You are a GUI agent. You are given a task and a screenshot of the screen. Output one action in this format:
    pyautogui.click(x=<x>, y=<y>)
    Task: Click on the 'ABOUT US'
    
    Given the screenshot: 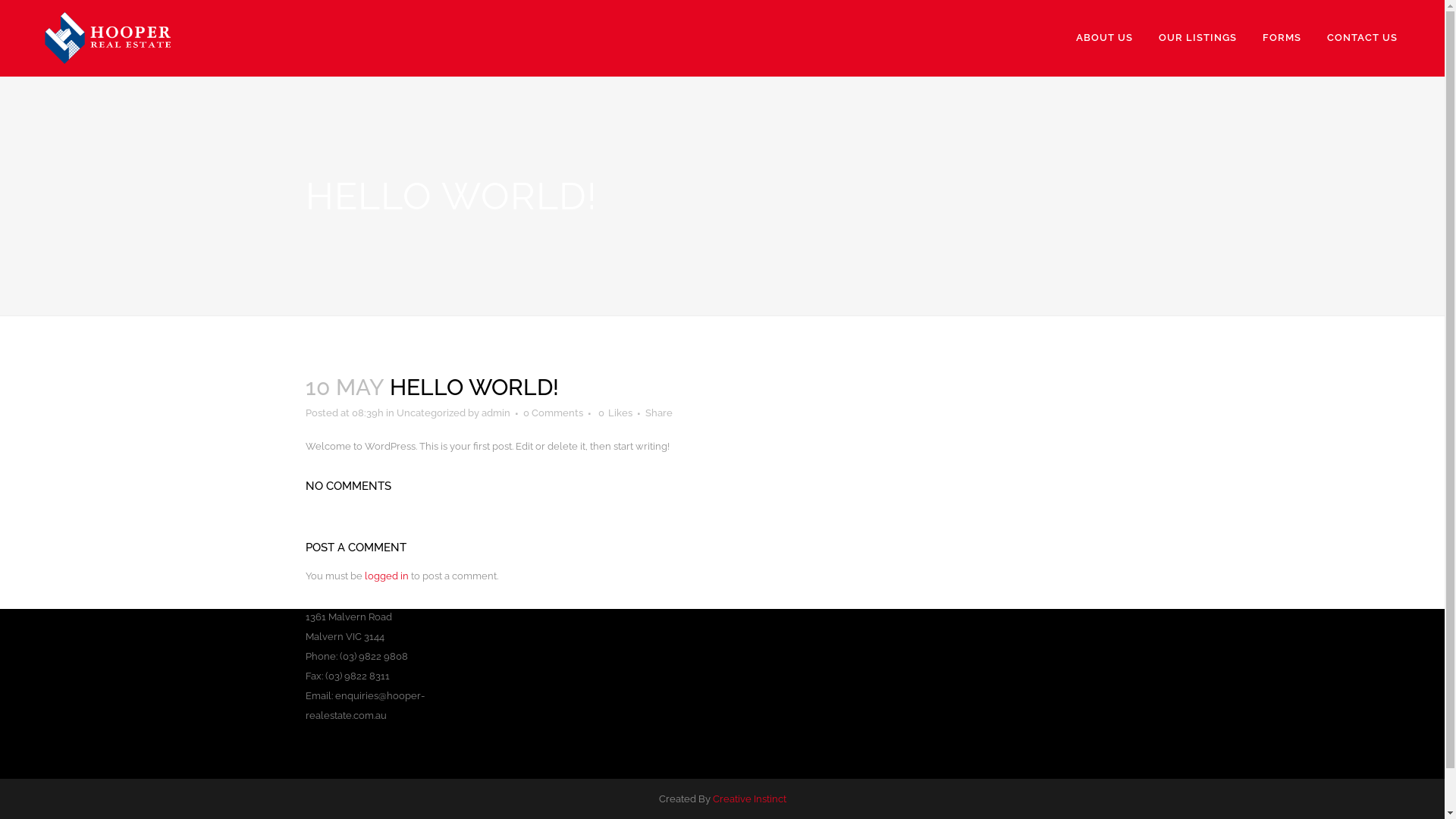 What is the action you would take?
    pyautogui.click(x=1104, y=37)
    